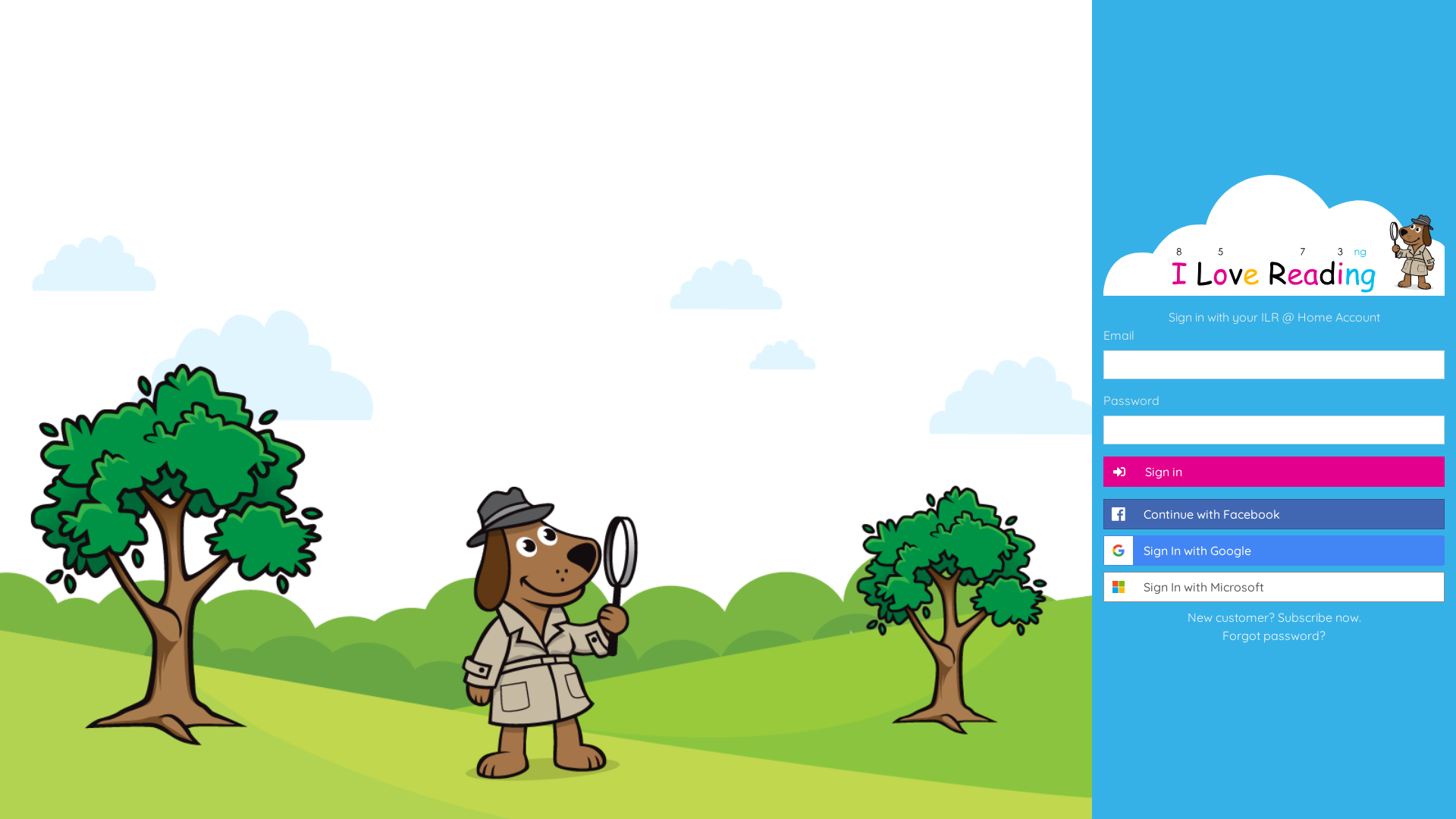 The height and width of the screenshot is (819, 1456). What do you see at coordinates (1274, 470) in the screenshot?
I see `'Sign in'` at bounding box center [1274, 470].